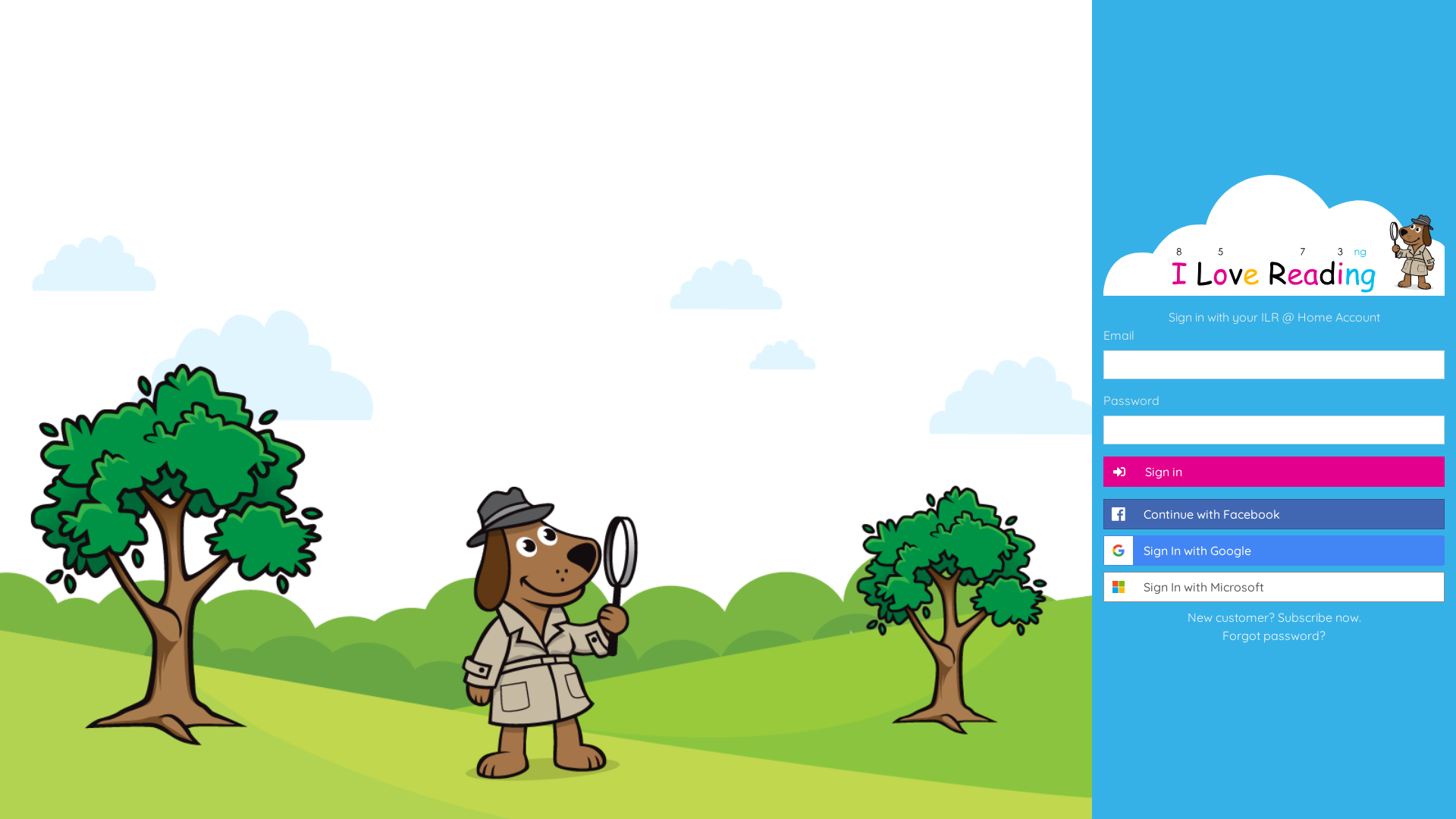 The height and width of the screenshot is (819, 1456). What do you see at coordinates (1274, 470) in the screenshot?
I see `'Sign in'` at bounding box center [1274, 470].